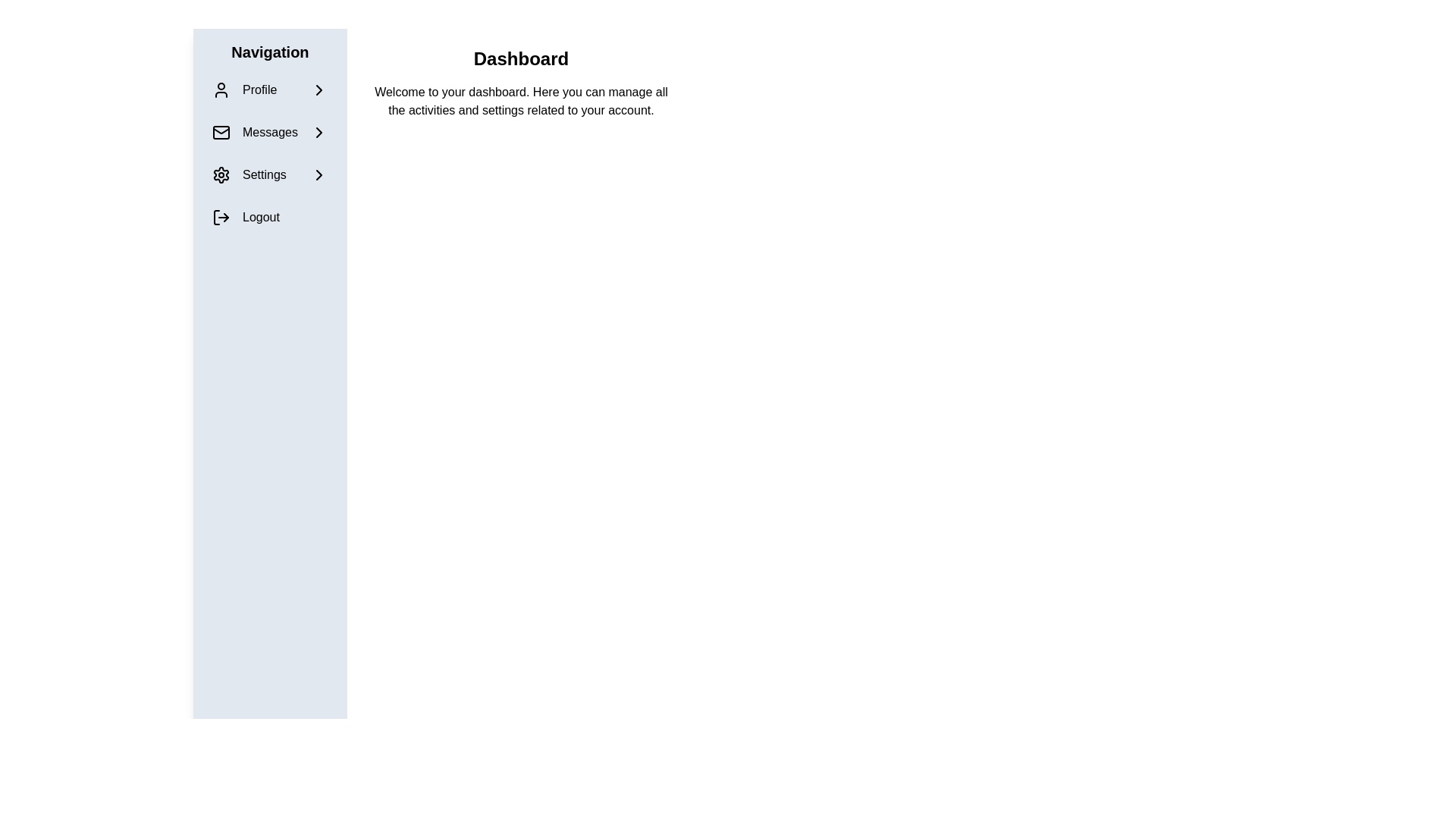  Describe the element at coordinates (270, 90) in the screenshot. I see `the first item in the vertically stacked navigation menu` at that location.